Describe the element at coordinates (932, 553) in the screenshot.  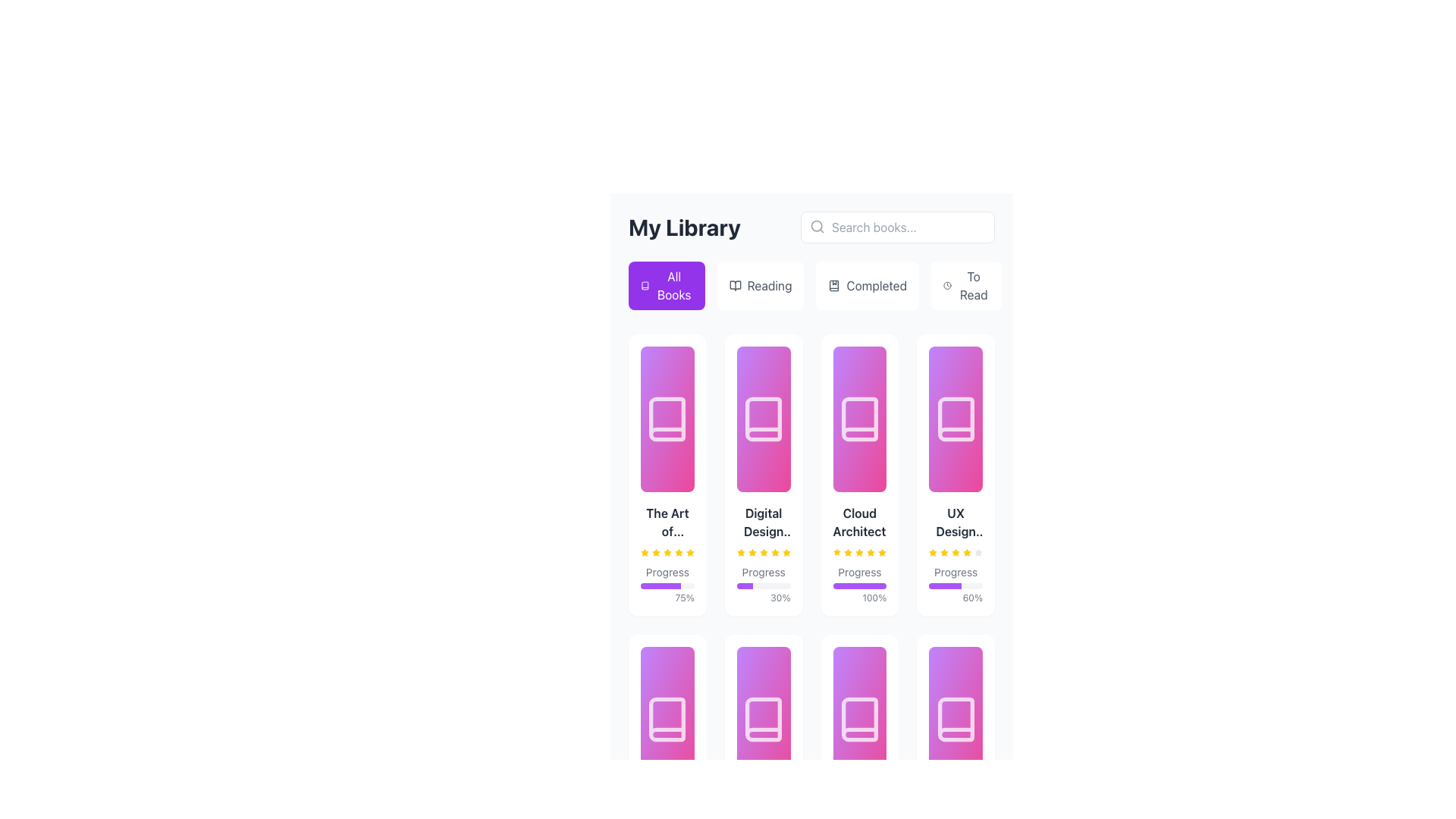
I see `the first yellow star icon in the rating section below the 'UX Design' card` at that location.